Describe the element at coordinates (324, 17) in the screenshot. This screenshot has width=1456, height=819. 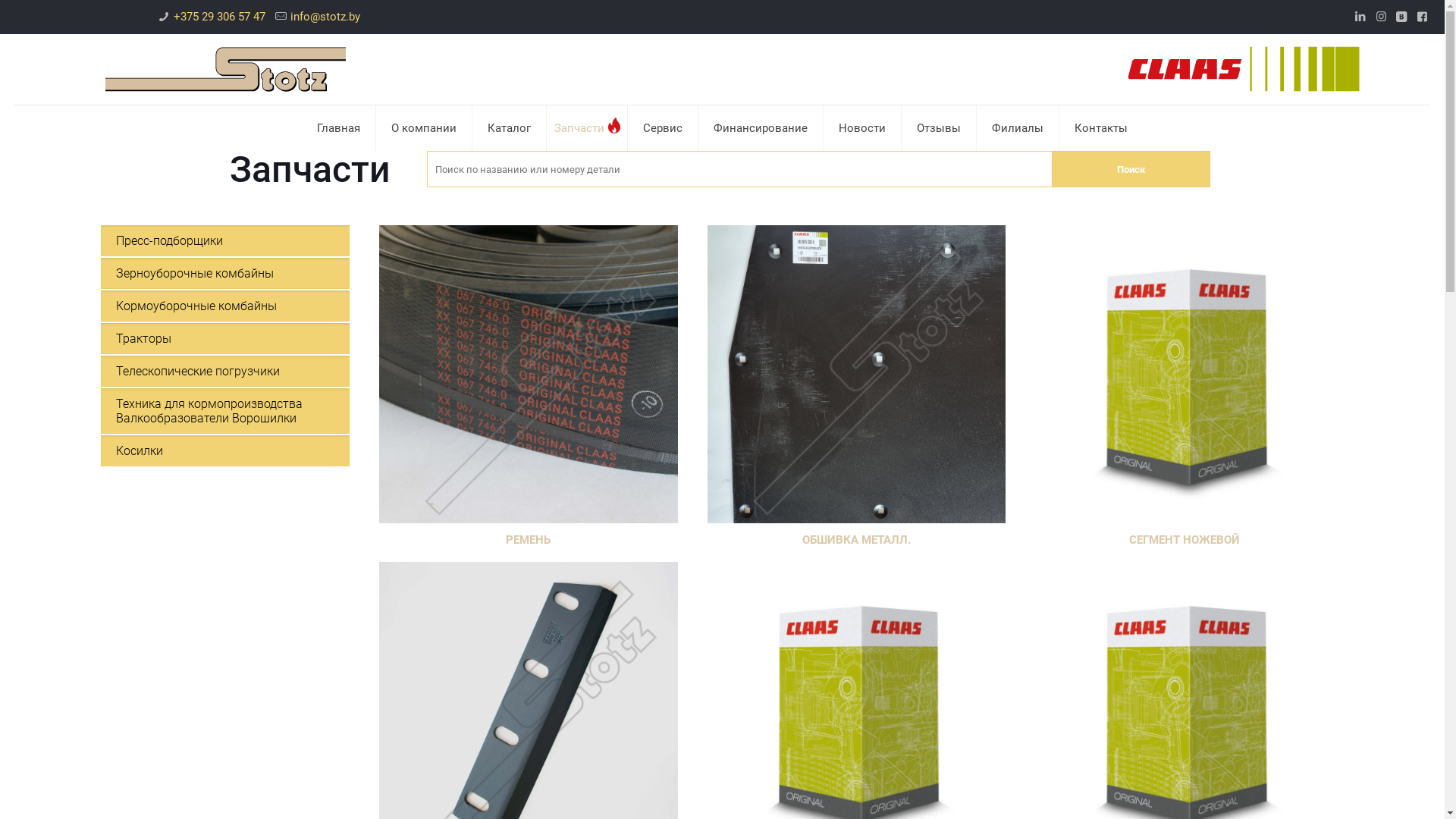
I see `'info@stotz.by'` at that location.